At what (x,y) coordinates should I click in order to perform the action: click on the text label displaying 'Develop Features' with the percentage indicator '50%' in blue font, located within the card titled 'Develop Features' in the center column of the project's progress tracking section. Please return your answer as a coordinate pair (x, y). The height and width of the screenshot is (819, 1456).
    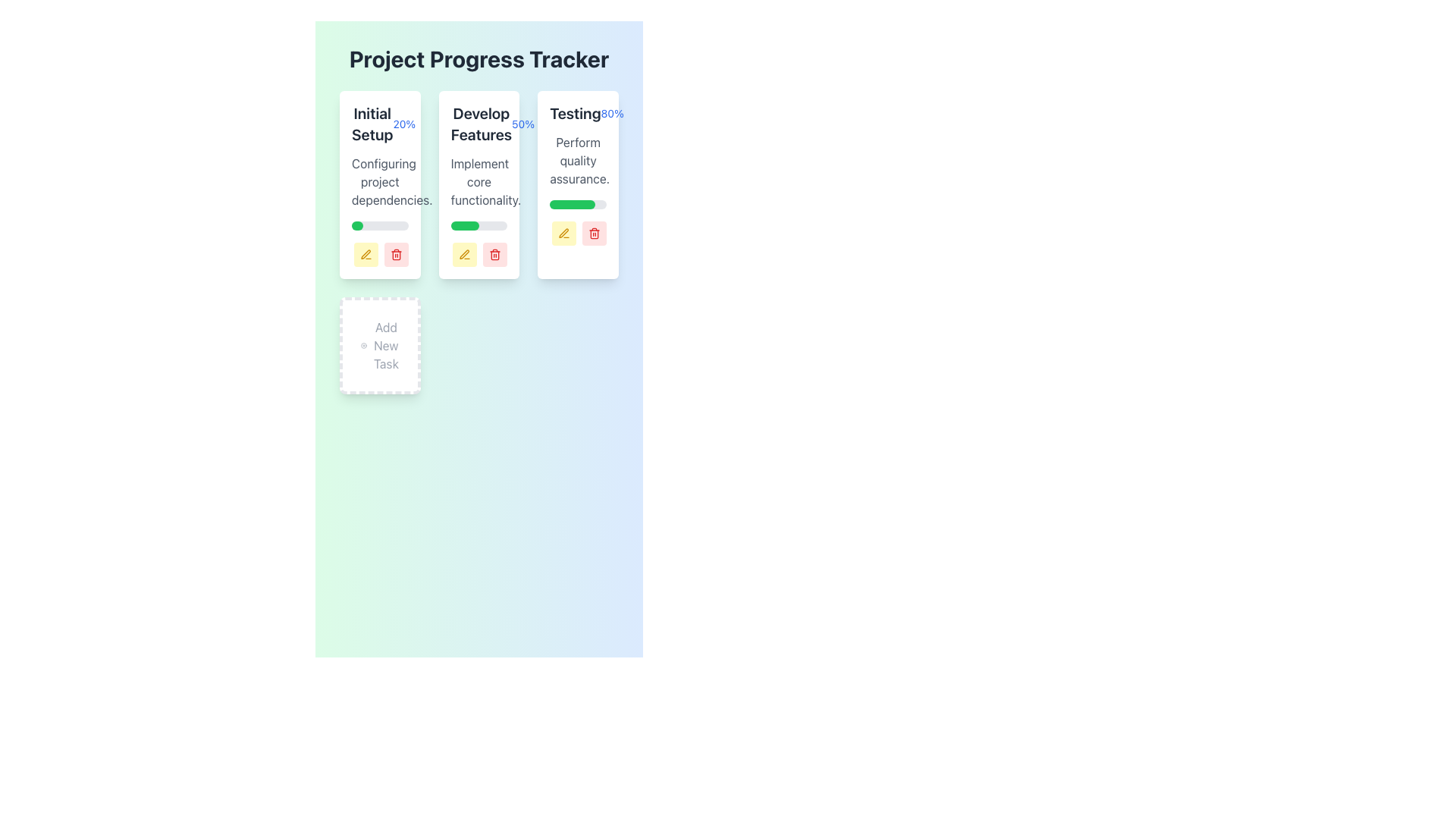
    Looking at the image, I should click on (479, 124).